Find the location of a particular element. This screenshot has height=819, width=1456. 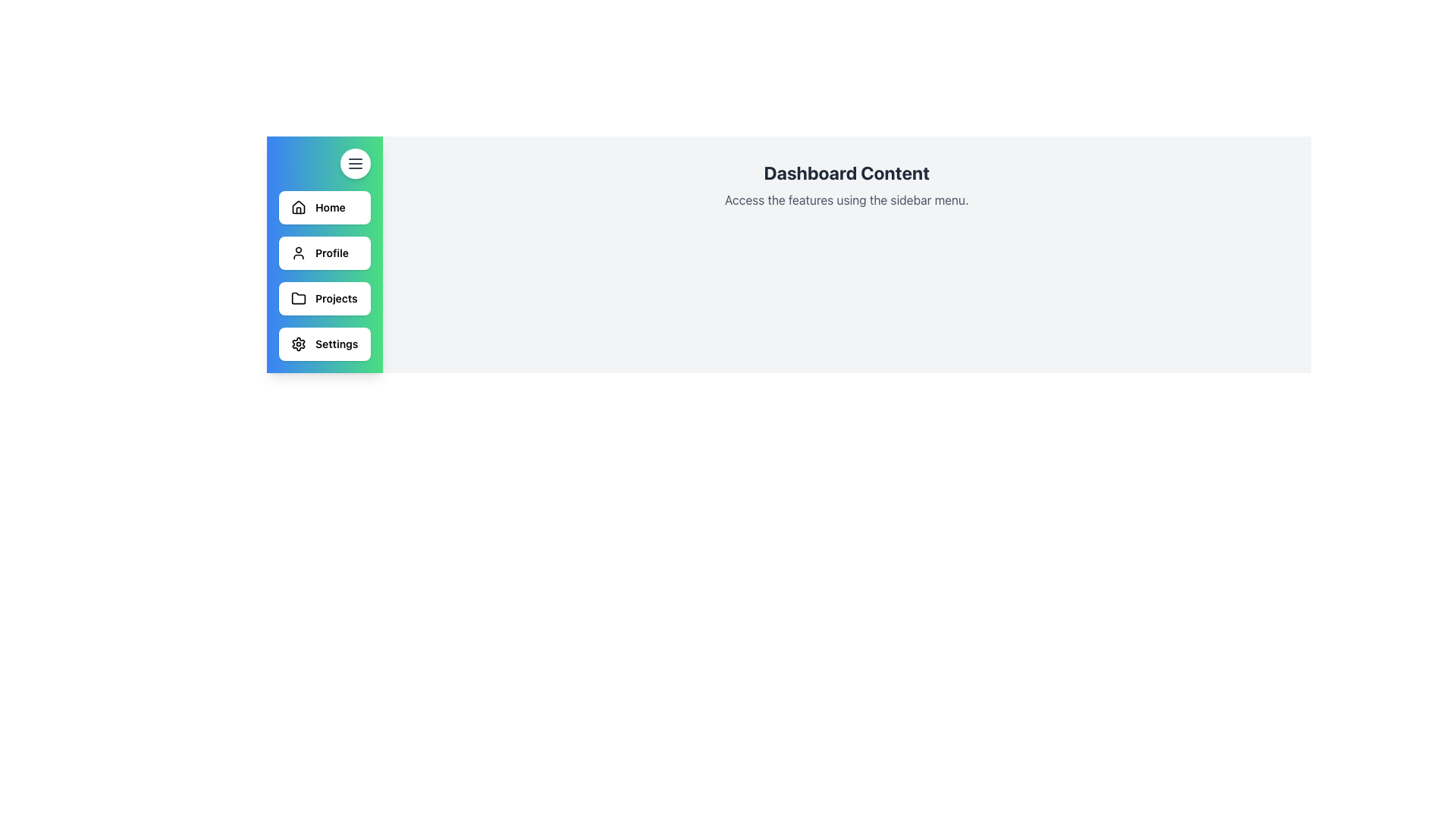

the user profile icon located in the second button labeled 'Profile' in the vertical sidebar menu, positioned on the left side of the interface is located at coordinates (298, 253).